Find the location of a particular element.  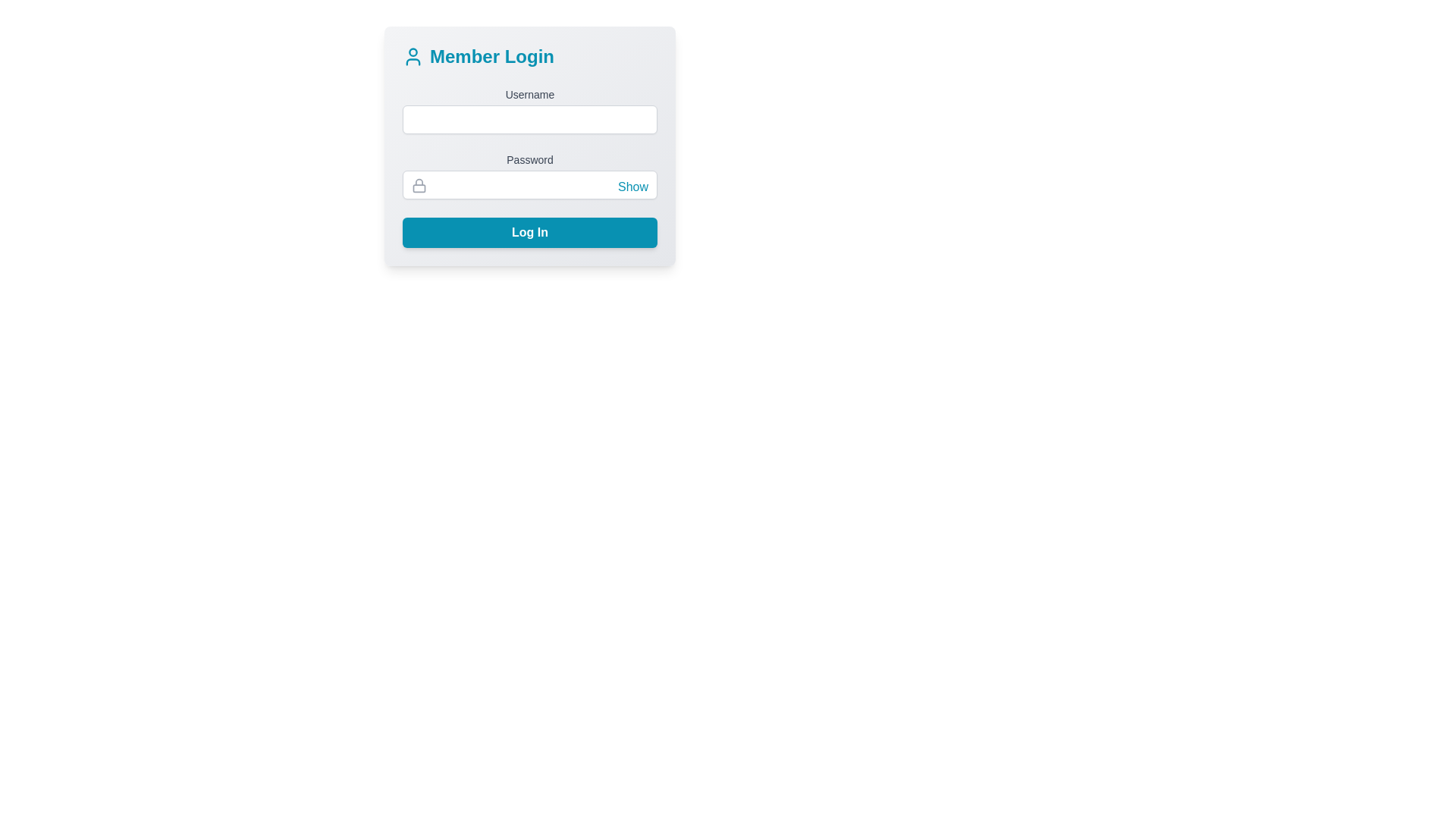

the lock icon in the password input field is located at coordinates (530, 174).